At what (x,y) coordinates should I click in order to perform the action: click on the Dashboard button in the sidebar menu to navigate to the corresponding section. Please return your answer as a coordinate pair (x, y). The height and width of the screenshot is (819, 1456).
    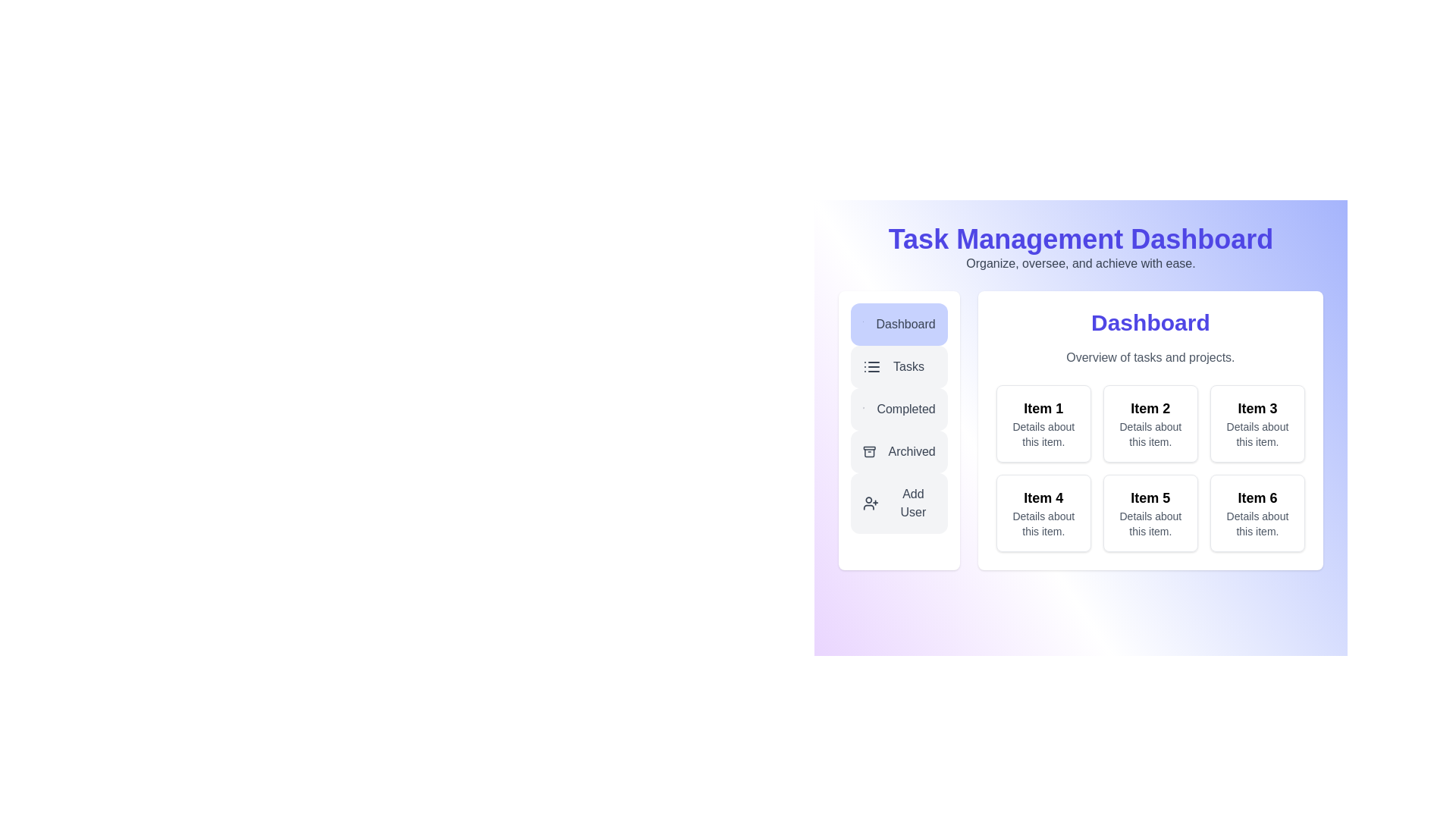
    Looking at the image, I should click on (899, 324).